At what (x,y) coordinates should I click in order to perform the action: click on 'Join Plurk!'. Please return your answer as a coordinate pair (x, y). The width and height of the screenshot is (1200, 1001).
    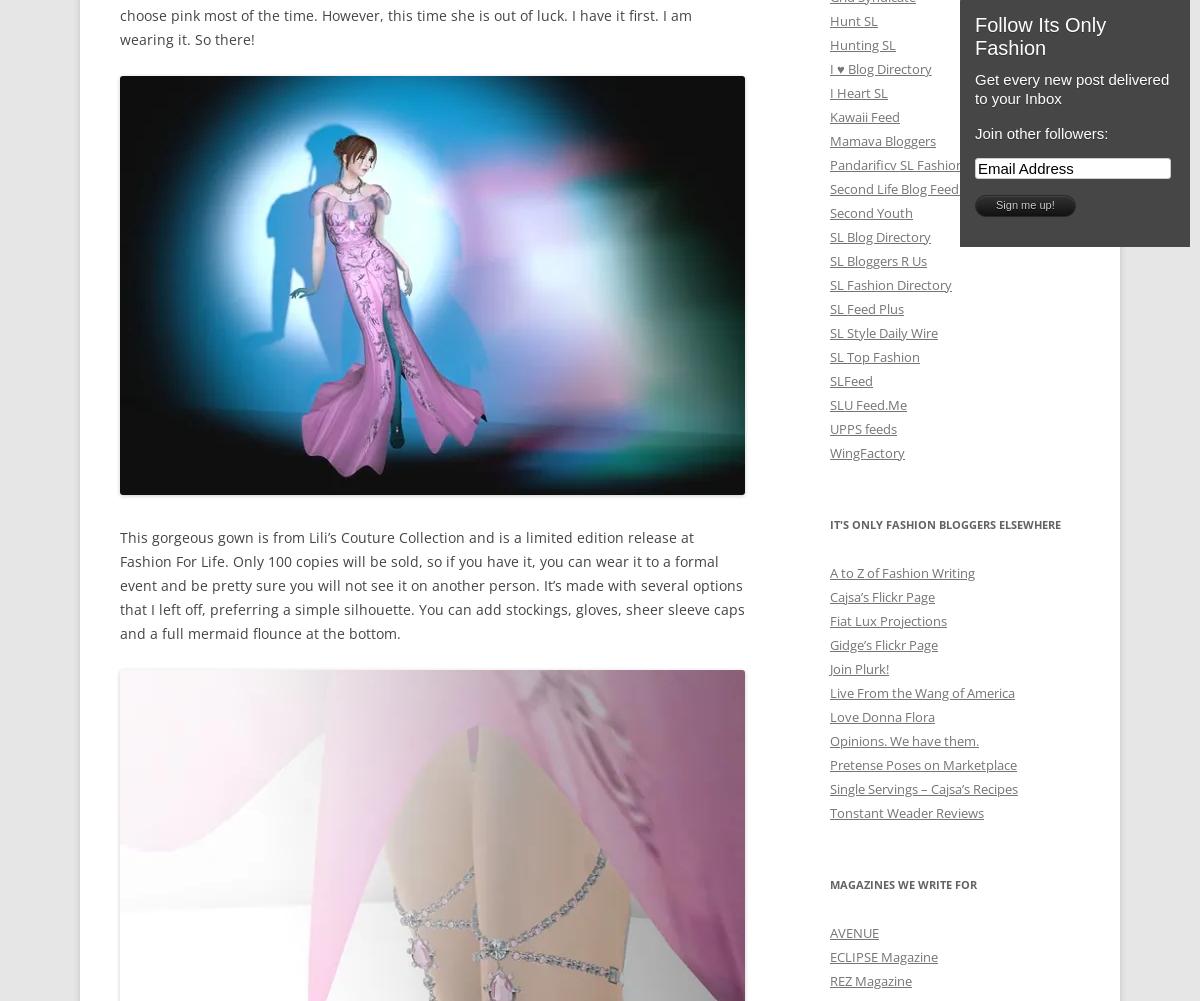
    Looking at the image, I should click on (829, 666).